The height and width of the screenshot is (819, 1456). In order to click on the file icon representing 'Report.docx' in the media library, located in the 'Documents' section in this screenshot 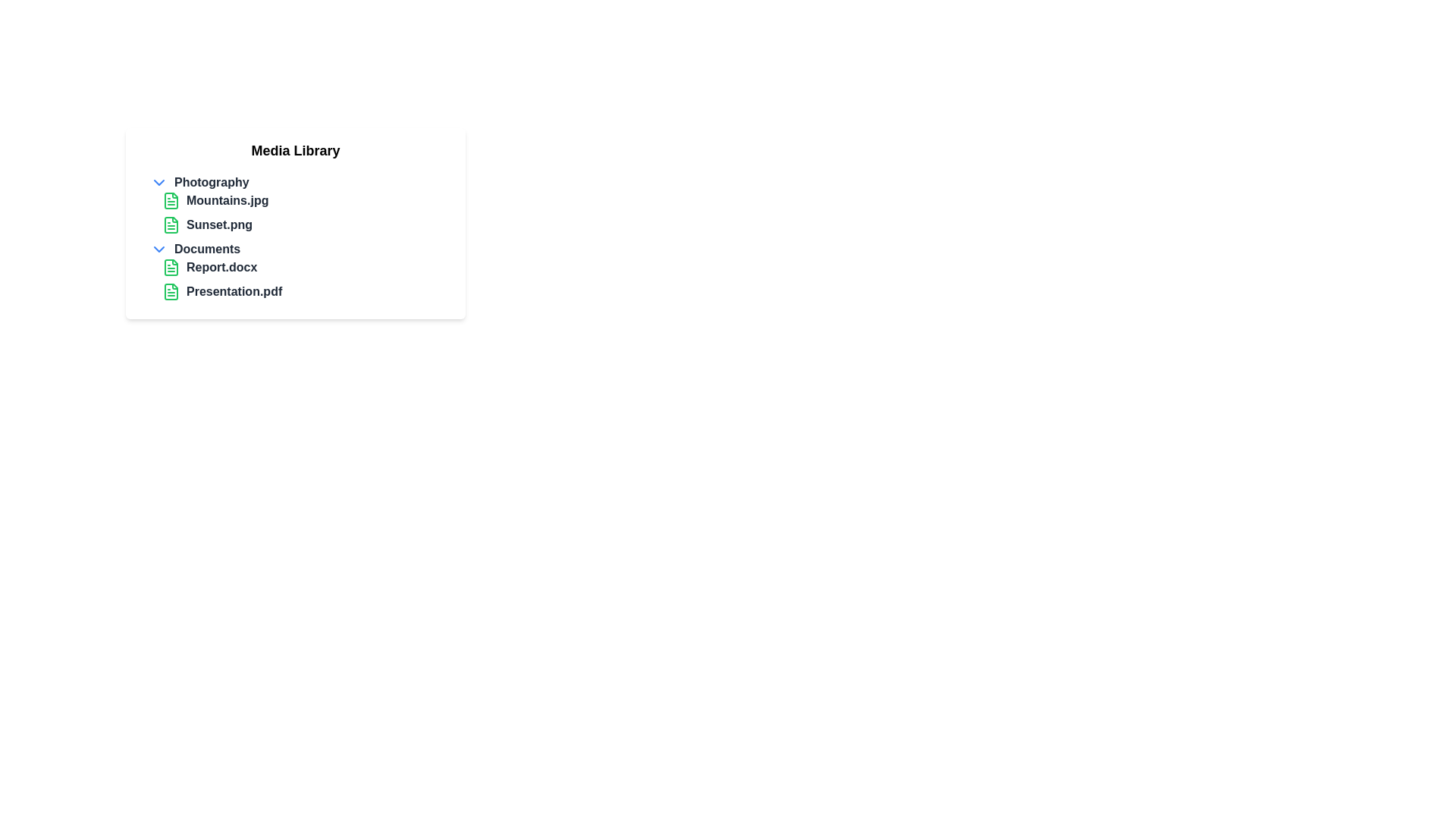, I will do `click(171, 267)`.